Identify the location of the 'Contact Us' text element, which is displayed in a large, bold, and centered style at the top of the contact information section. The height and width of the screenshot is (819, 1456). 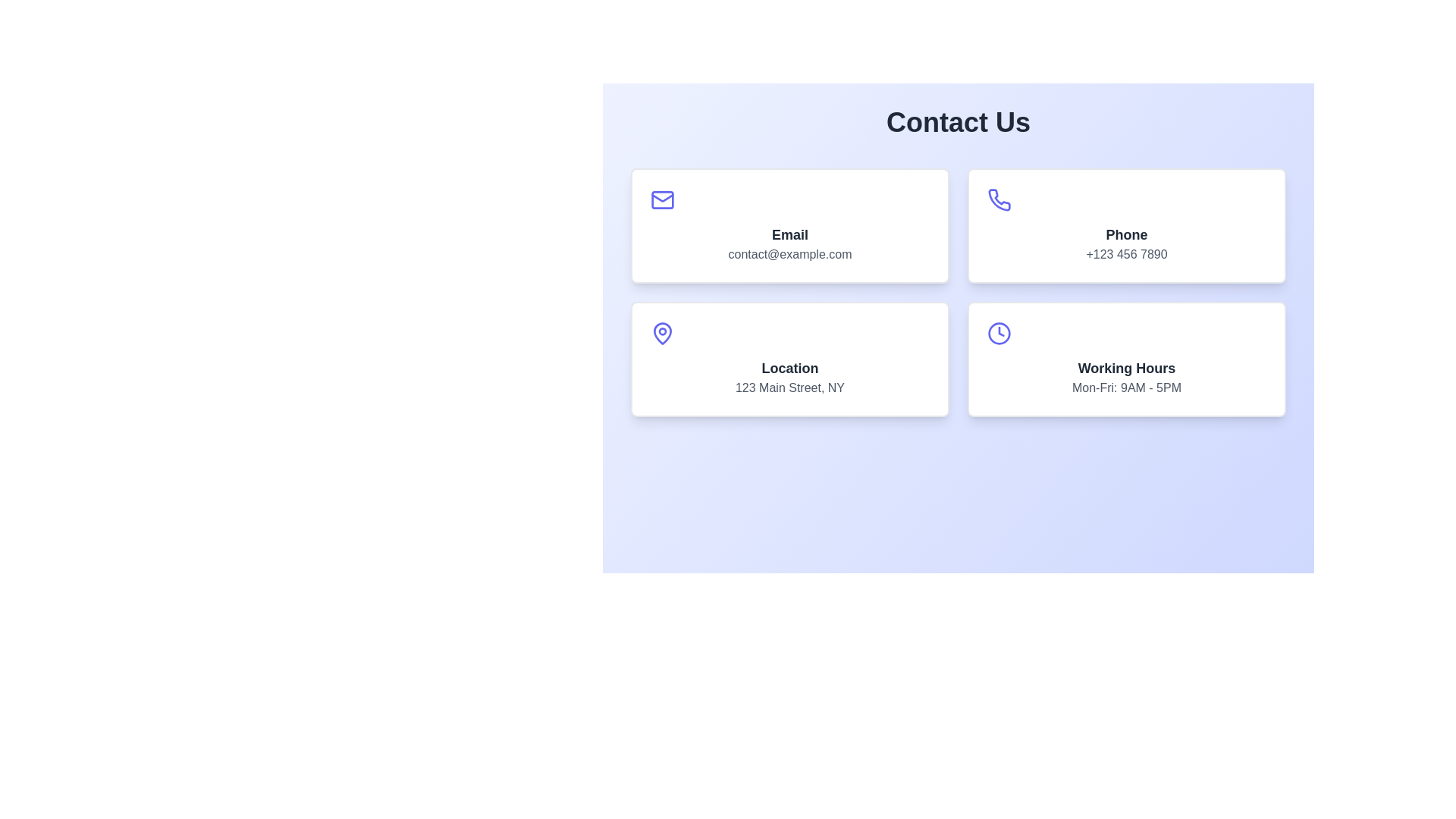
(957, 122).